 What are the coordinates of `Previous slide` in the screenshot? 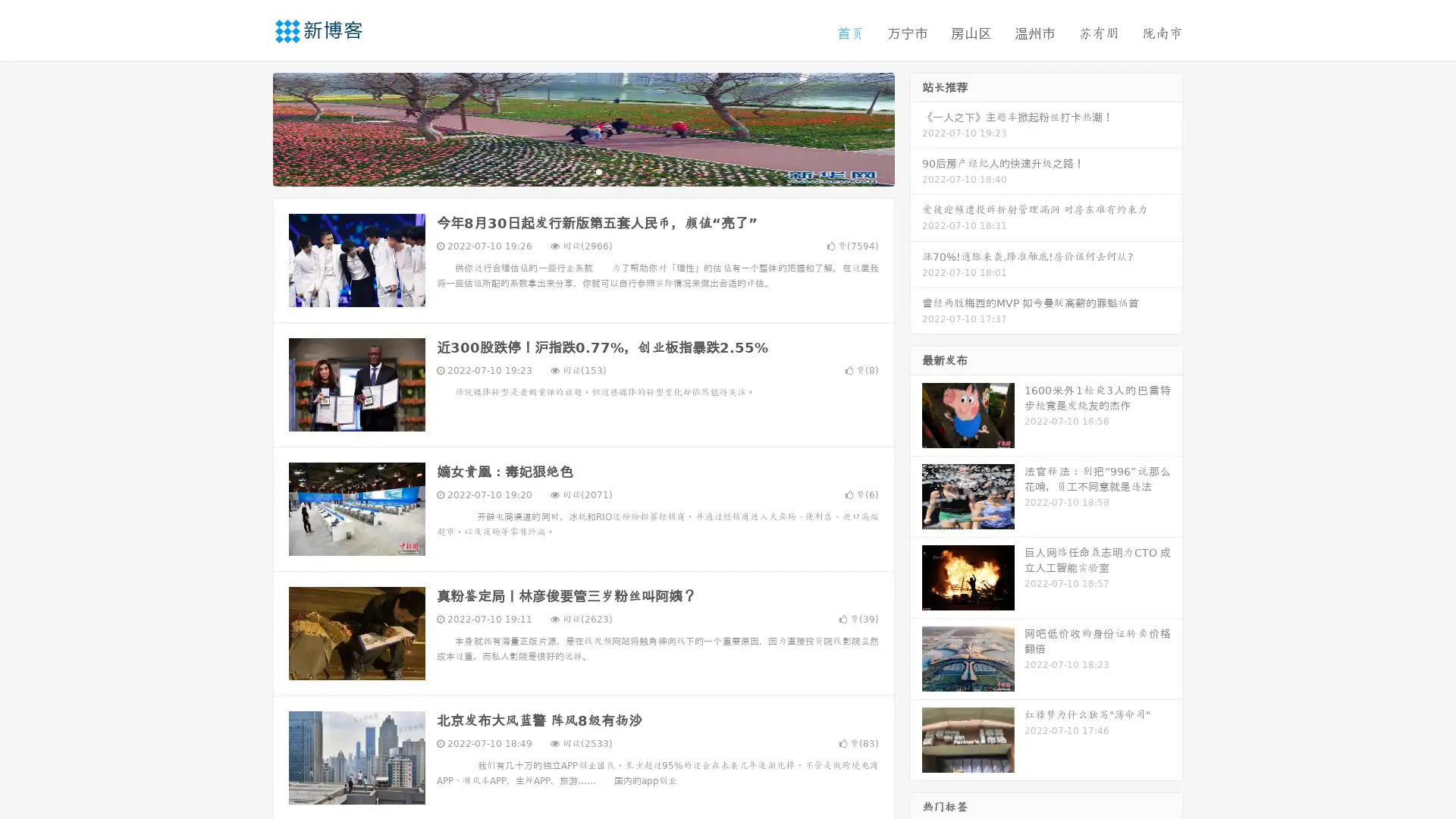 It's located at (250, 127).